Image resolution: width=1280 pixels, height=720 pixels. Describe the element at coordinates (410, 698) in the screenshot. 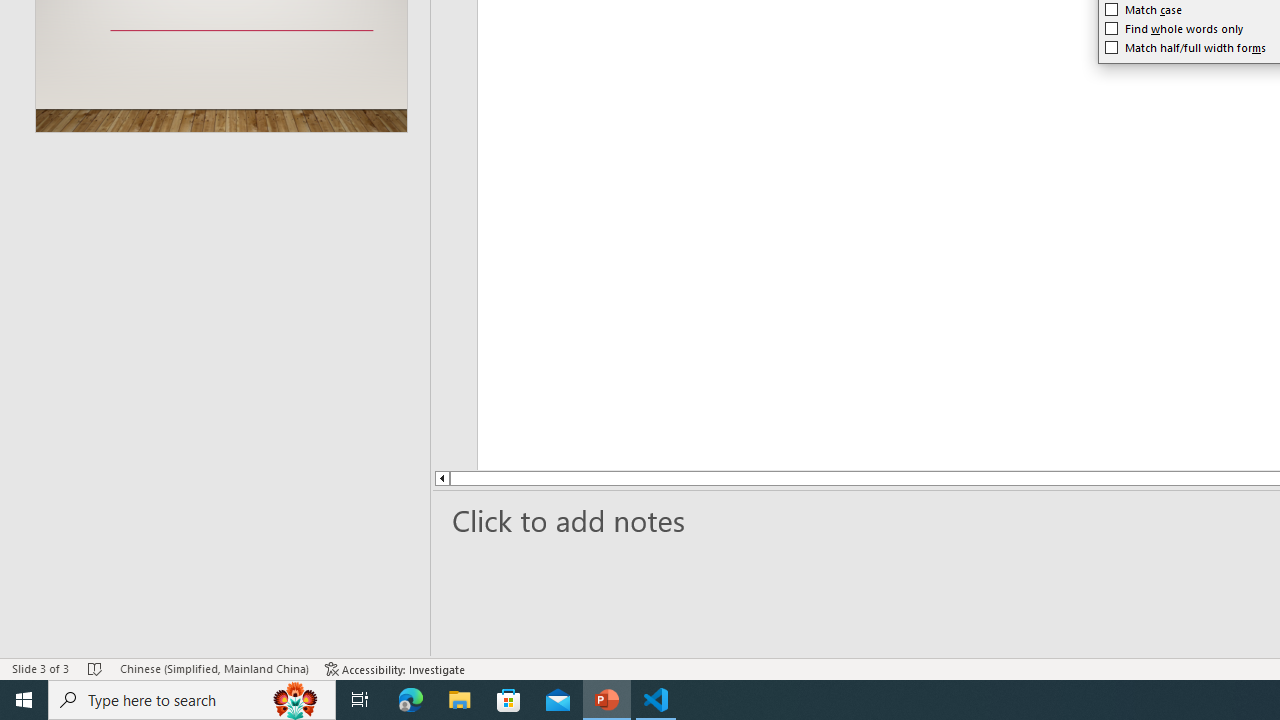

I see `'Microsoft Edge'` at that location.